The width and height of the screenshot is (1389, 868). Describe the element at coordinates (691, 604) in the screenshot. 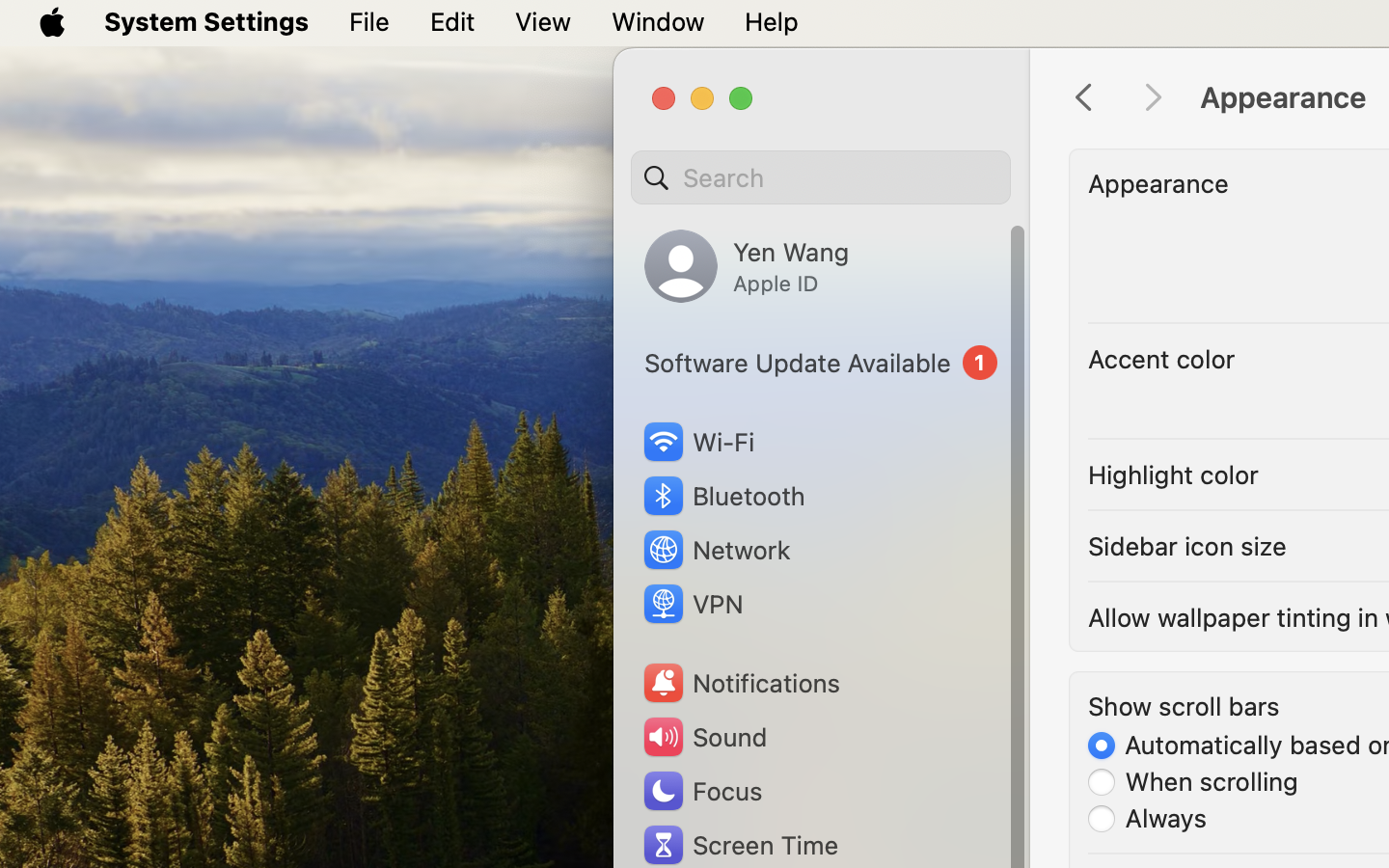

I see `'VPN'` at that location.